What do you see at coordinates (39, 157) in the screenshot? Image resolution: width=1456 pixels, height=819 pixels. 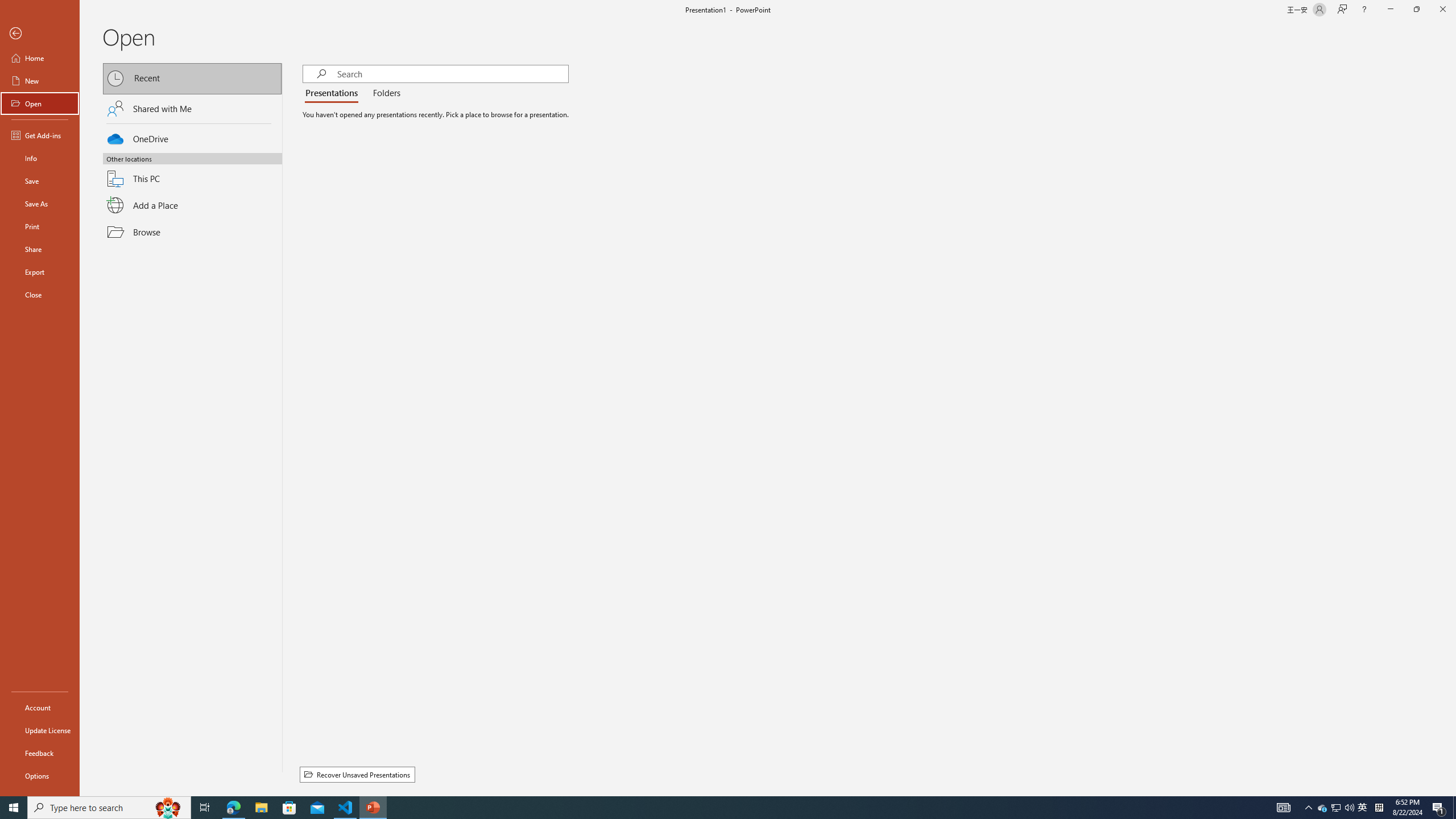 I see `'Info'` at bounding box center [39, 157].